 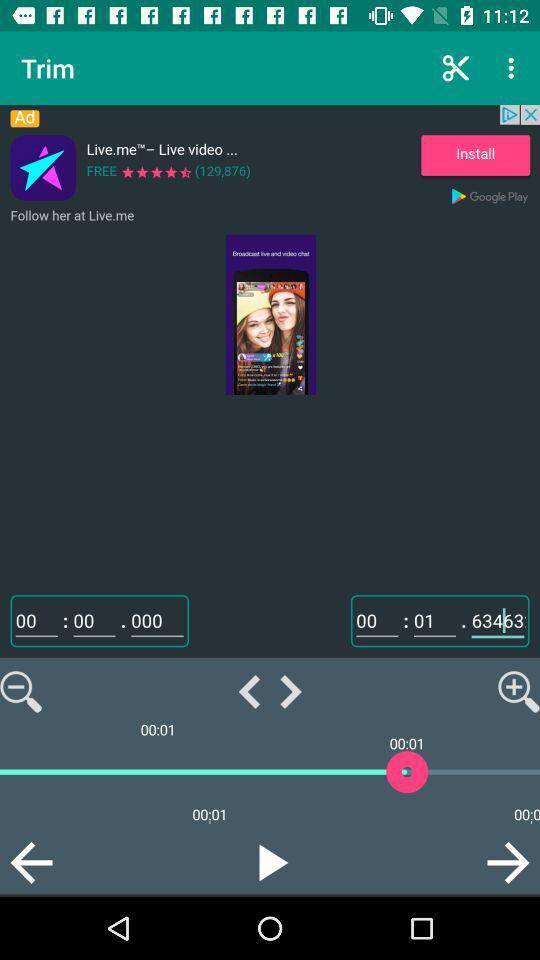 What do you see at coordinates (270, 691) in the screenshot?
I see `the arrows which is in between zoom in and zoom out icons` at bounding box center [270, 691].